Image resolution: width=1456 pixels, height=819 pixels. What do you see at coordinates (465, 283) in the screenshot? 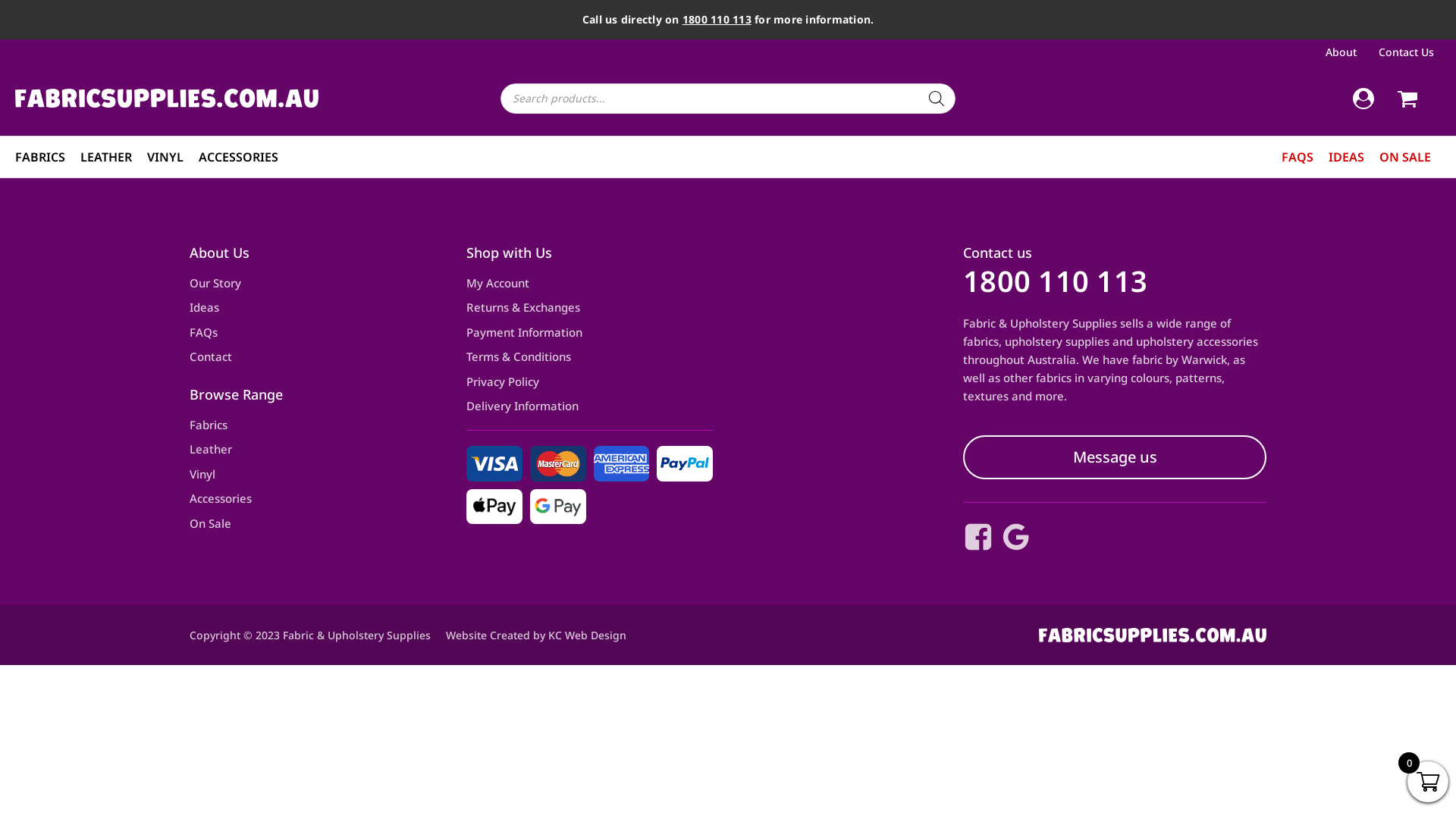
I see `'My Account'` at bounding box center [465, 283].